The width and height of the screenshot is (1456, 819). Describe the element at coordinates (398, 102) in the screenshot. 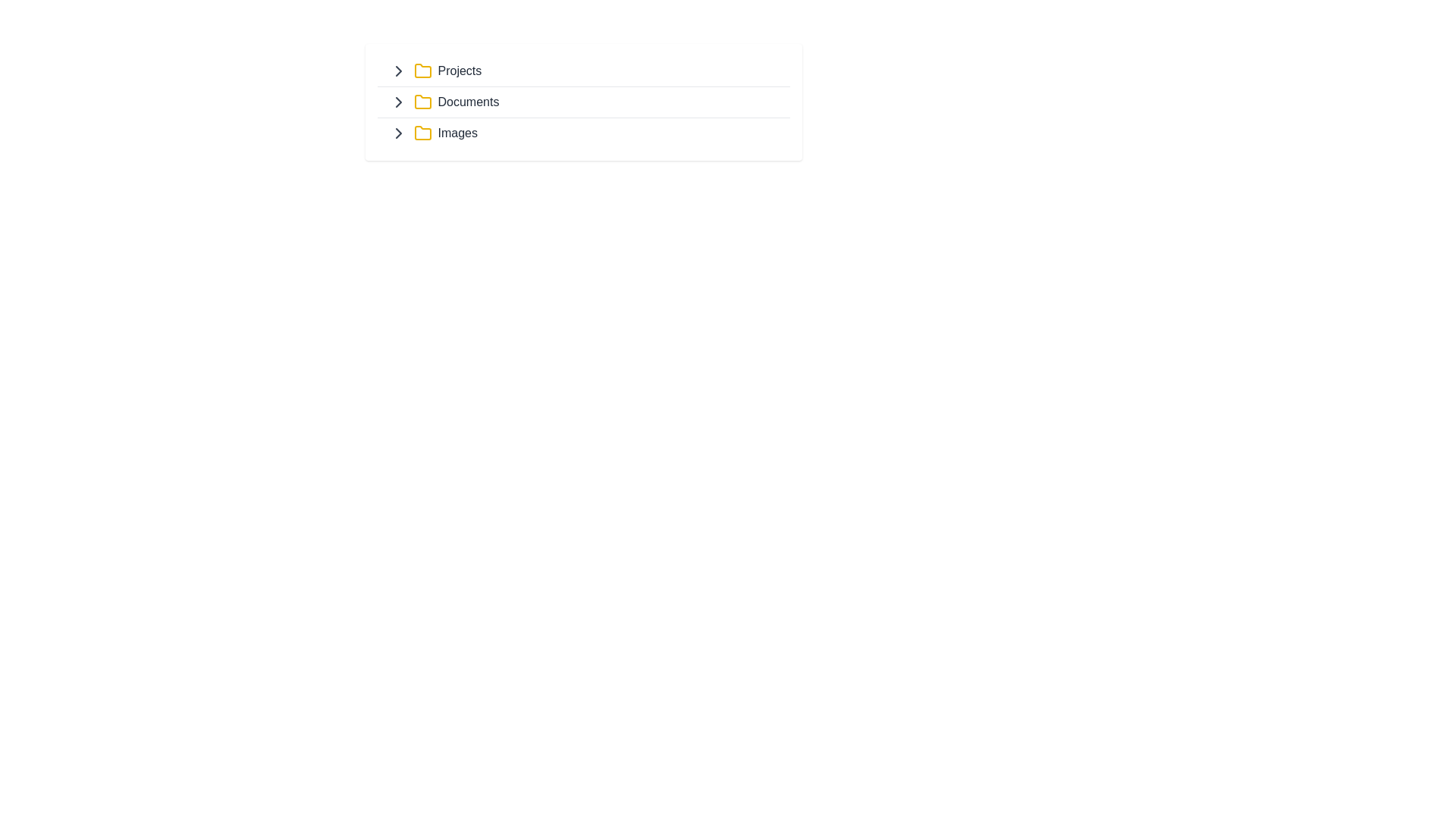

I see `the rightward-pointing chevron icon preceding the 'Documents' label for a visual effect` at that location.